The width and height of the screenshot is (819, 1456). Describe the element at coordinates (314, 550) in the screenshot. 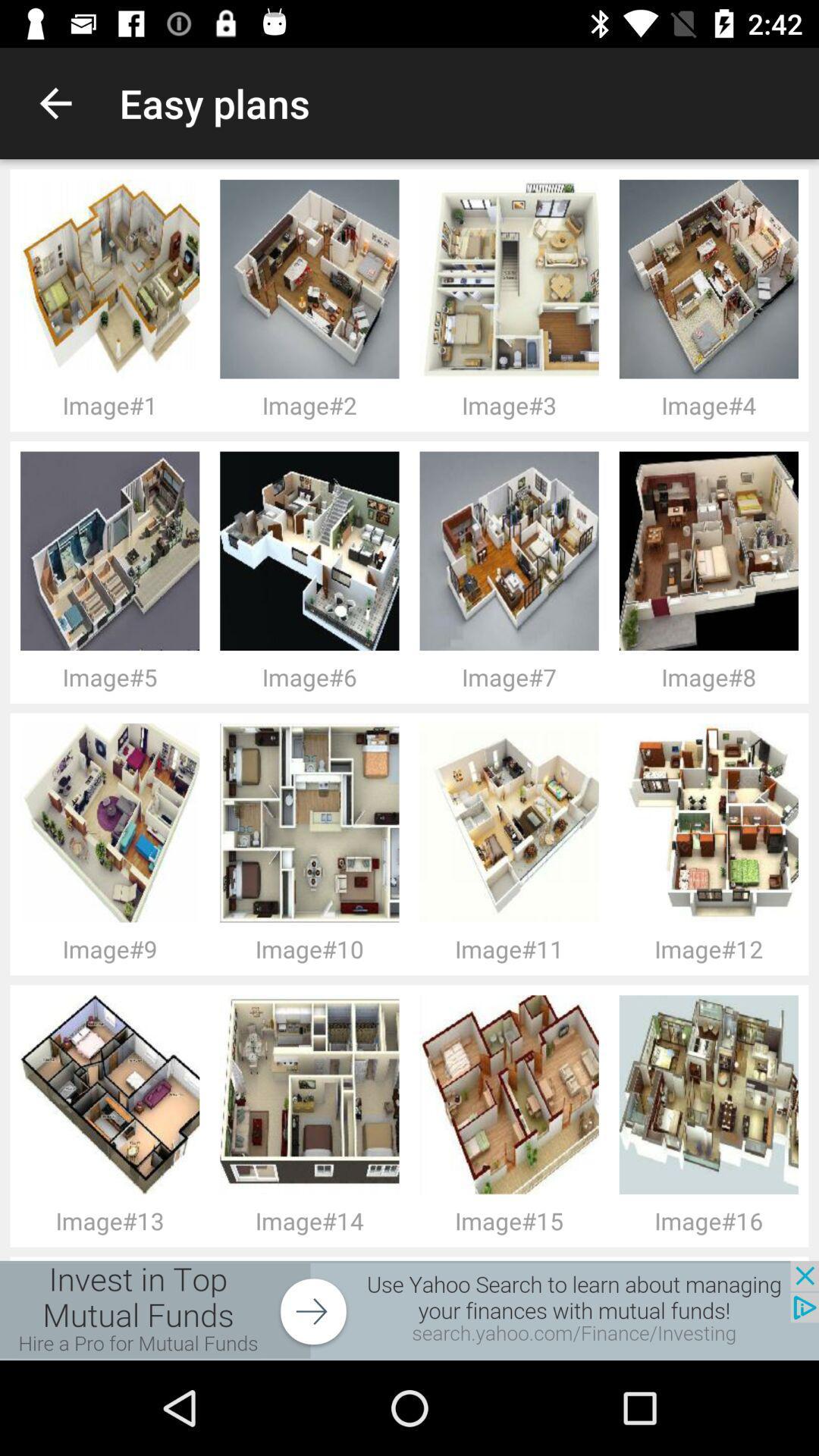

I see `the second image in second row from left` at that location.